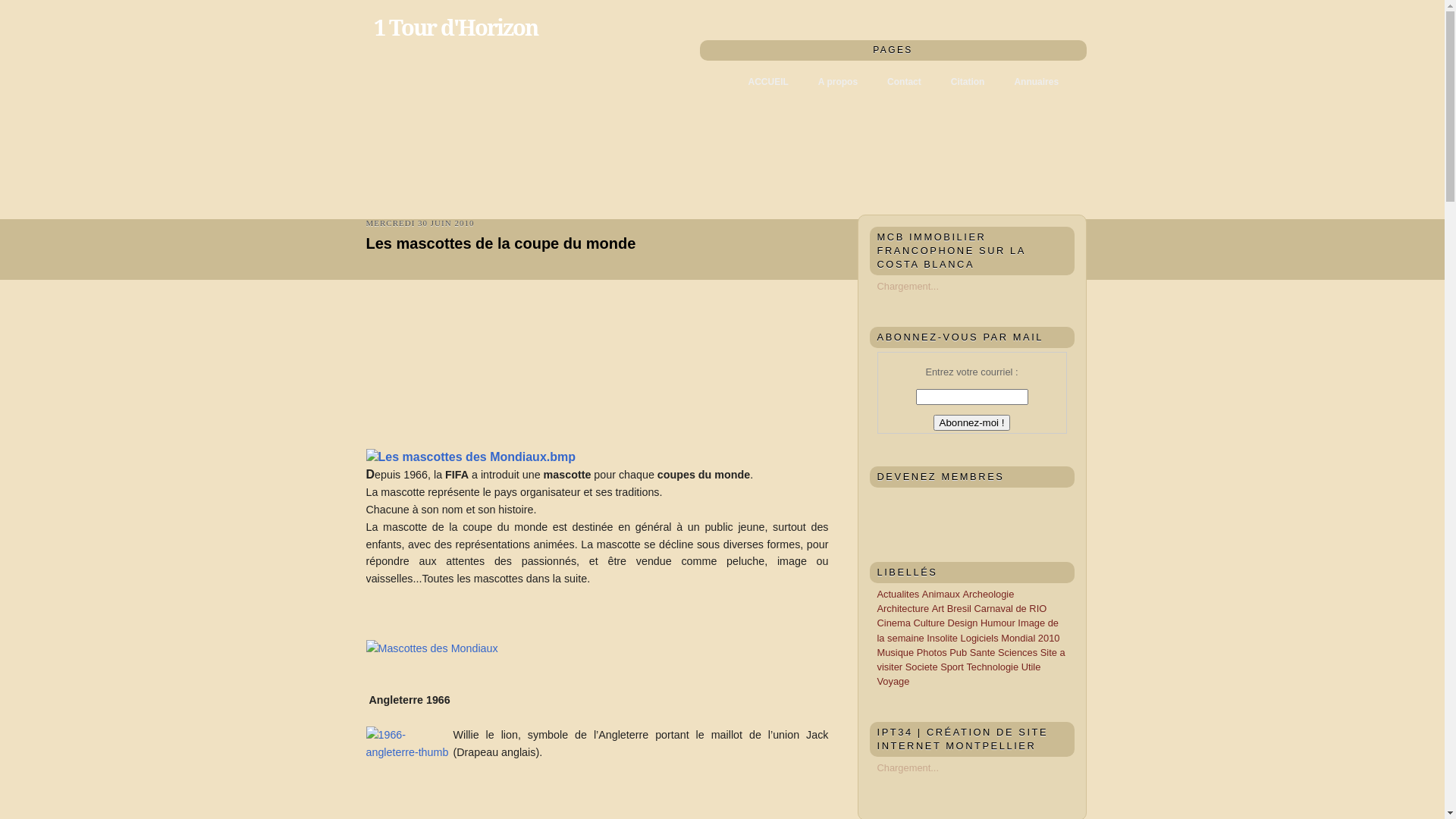 This screenshot has width=1456, height=819. Describe the element at coordinates (469, 457) in the screenshot. I see `'Les mascottes des Mondiaux.bmp'` at that location.